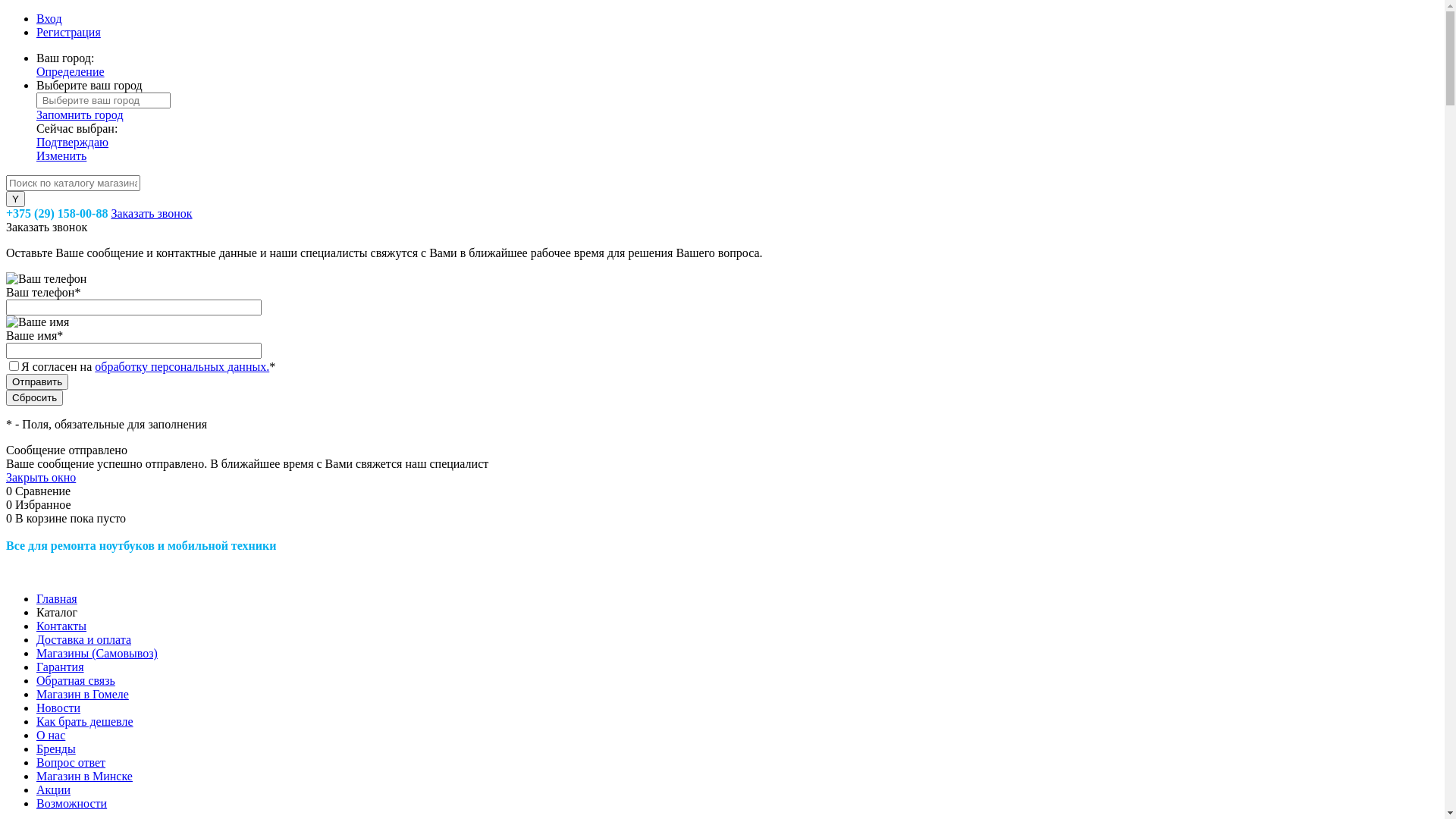  I want to click on 'Y', so click(15, 198).